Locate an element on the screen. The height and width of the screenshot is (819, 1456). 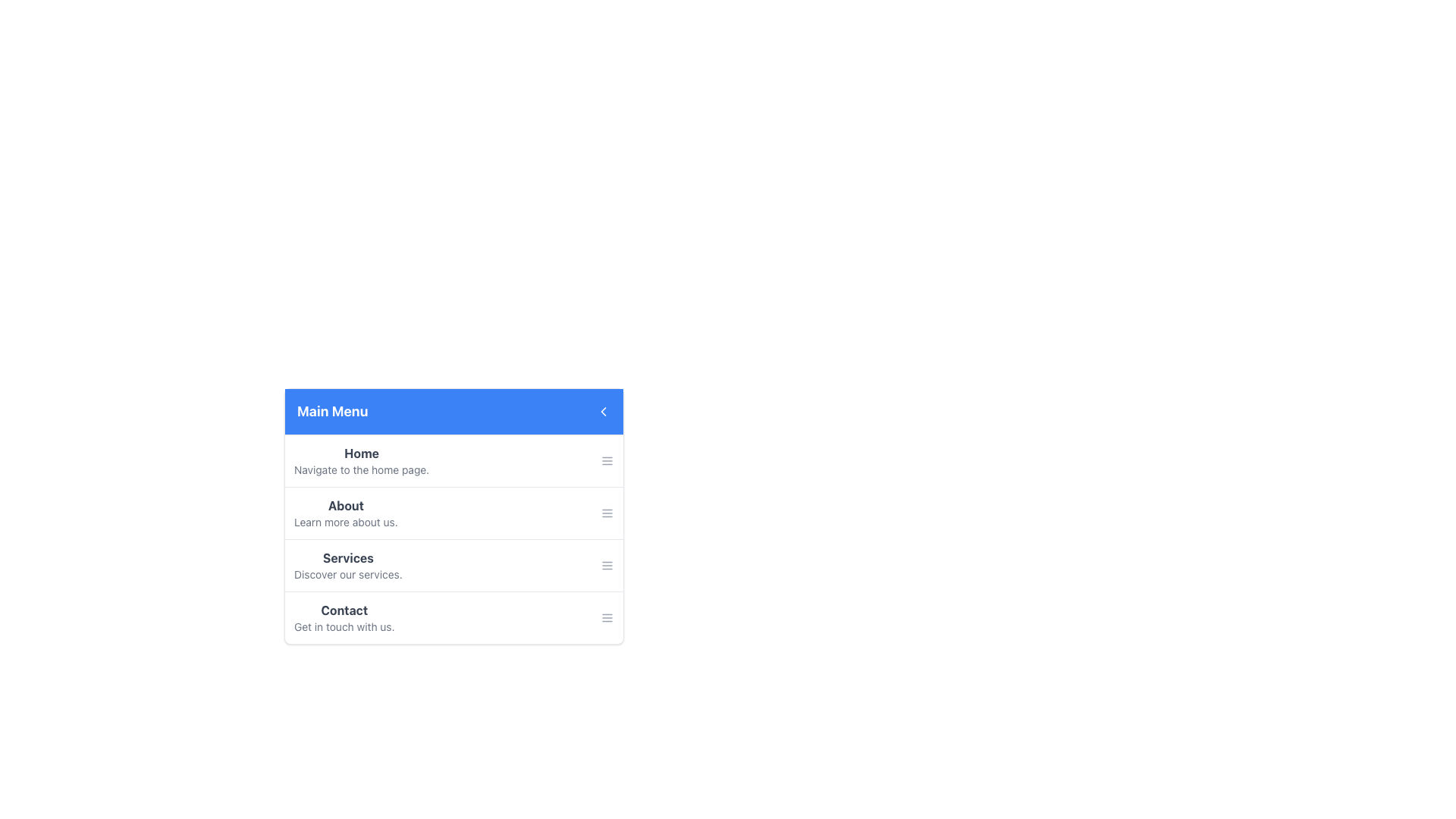
the icon in the top-right corner of the 'About' list item that triggers additional options or details, adjacent to the text 'Learn more about us.' is located at coordinates (607, 513).